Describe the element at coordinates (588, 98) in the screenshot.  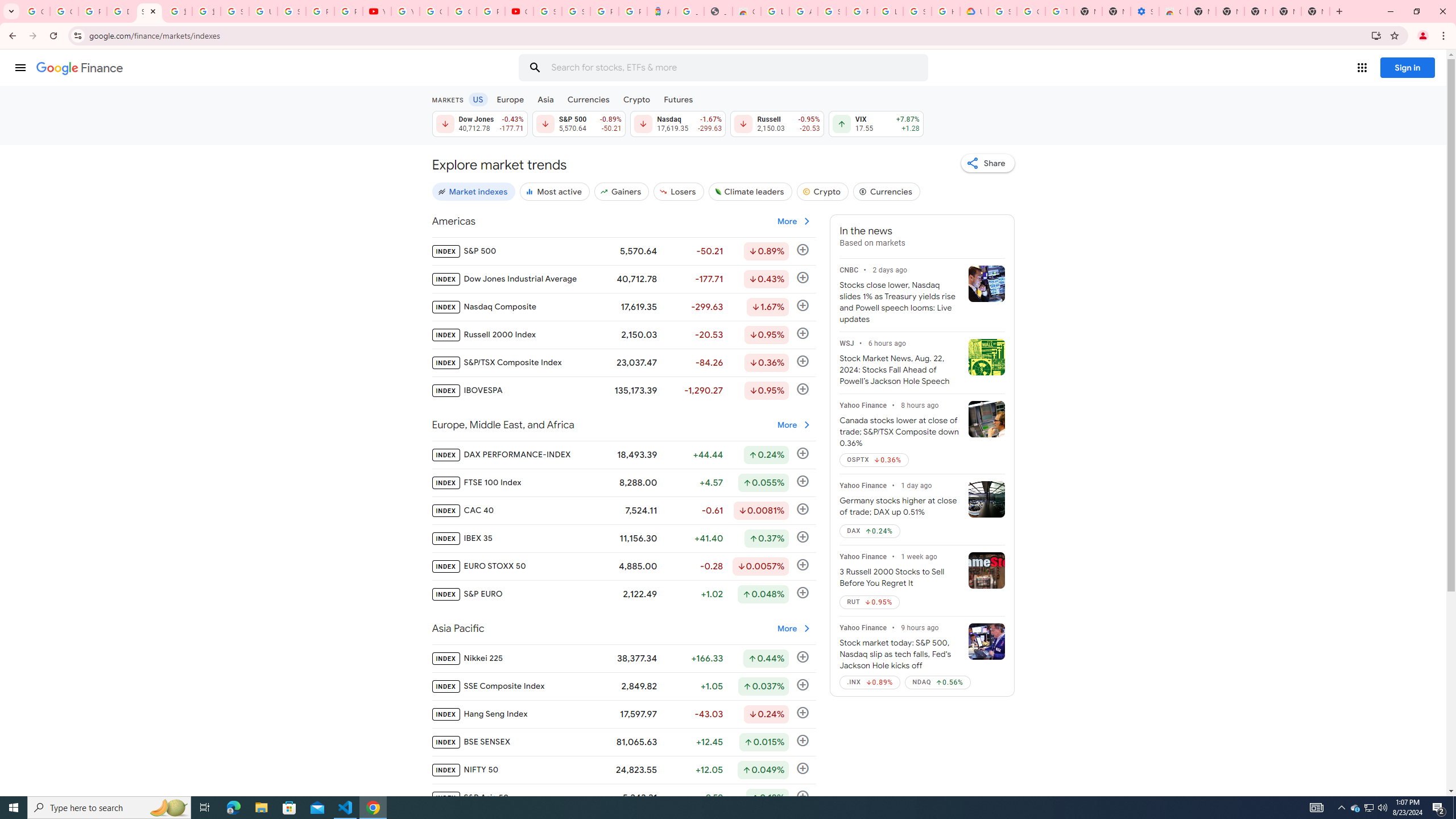
I see `'Currencies'` at that location.